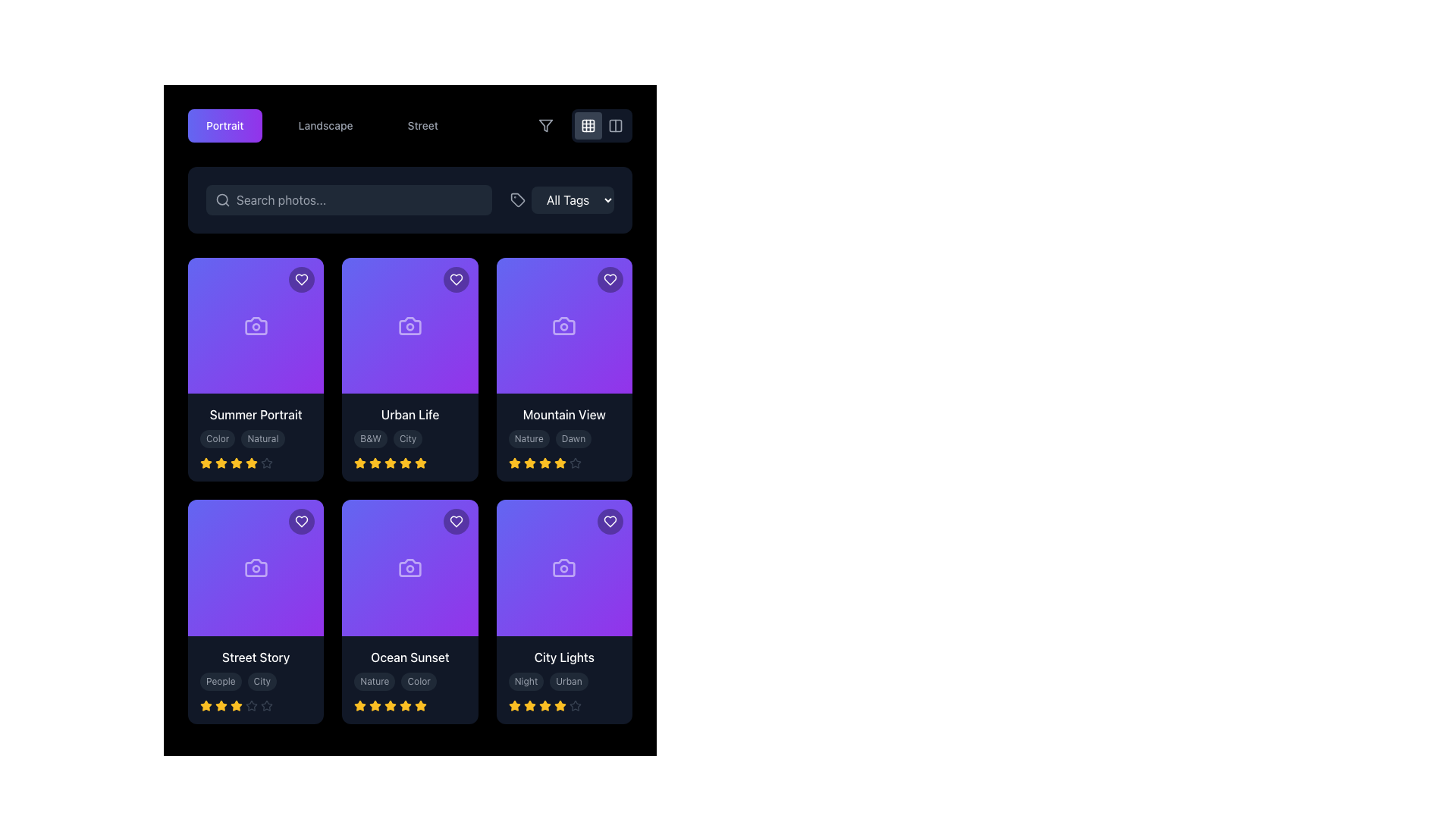 The image size is (1456, 819). What do you see at coordinates (224, 124) in the screenshot?
I see `the 'Portrait' button, which is the first button in a horizontal group of three buttons, styled with a gradient background and white text, located at the top-left section of the interface` at bounding box center [224, 124].